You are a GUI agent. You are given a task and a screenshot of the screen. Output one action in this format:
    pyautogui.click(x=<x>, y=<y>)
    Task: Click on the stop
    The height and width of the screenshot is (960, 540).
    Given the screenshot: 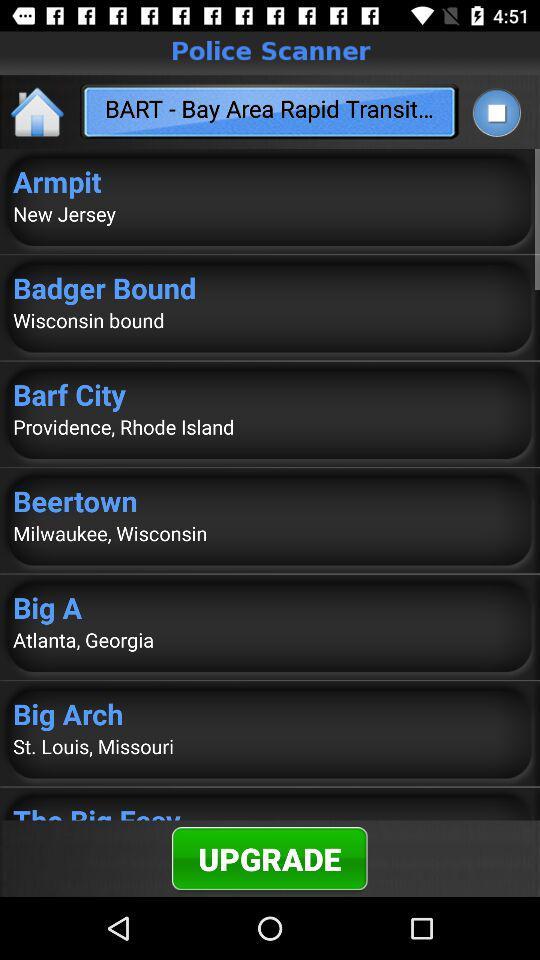 What is the action you would take?
    pyautogui.click(x=495, y=112)
    